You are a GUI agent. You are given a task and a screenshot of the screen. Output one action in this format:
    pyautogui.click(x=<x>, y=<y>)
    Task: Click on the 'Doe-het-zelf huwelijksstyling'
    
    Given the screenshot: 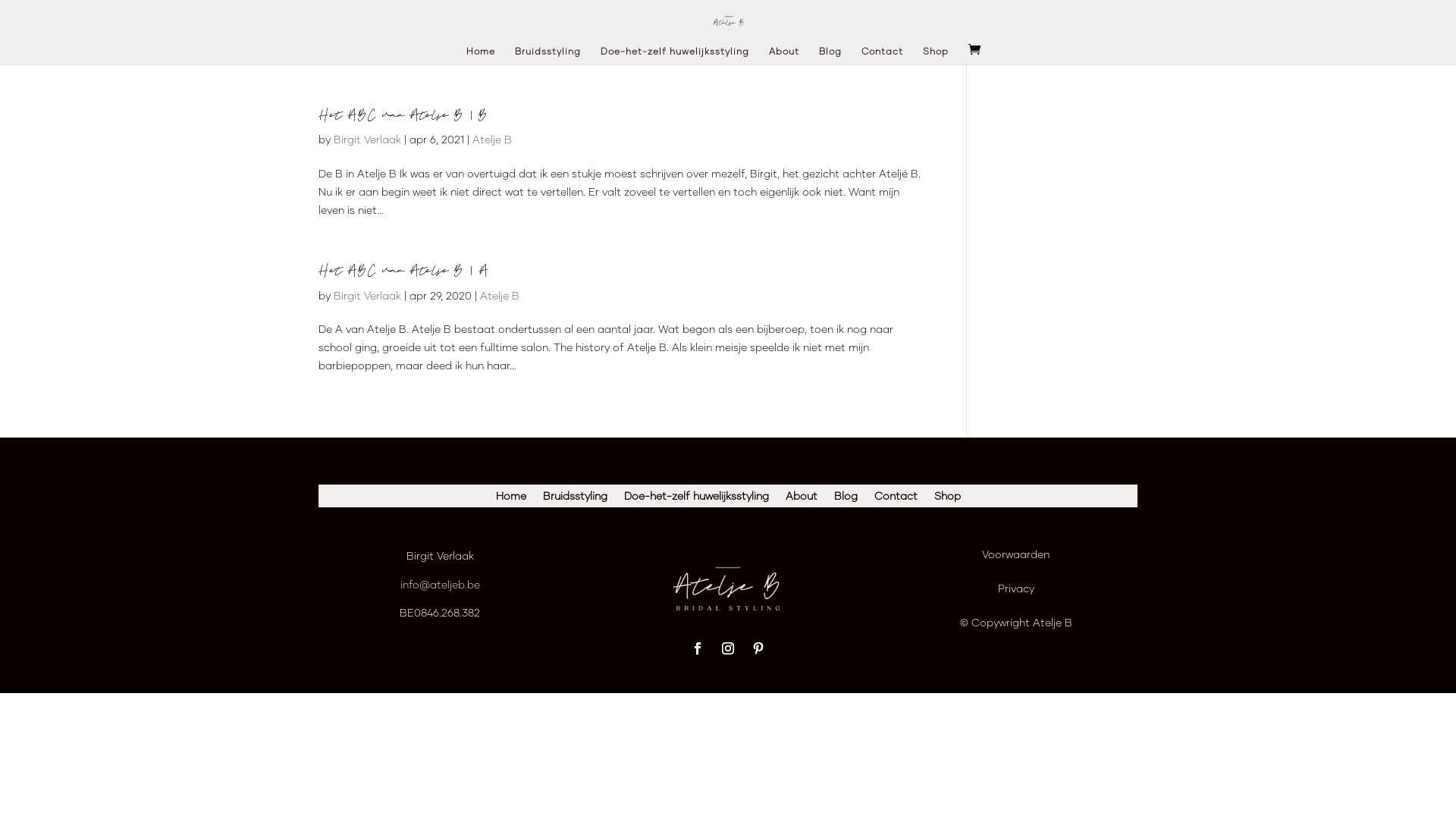 What is the action you would take?
    pyautogui.click(x=623, y=499)
    